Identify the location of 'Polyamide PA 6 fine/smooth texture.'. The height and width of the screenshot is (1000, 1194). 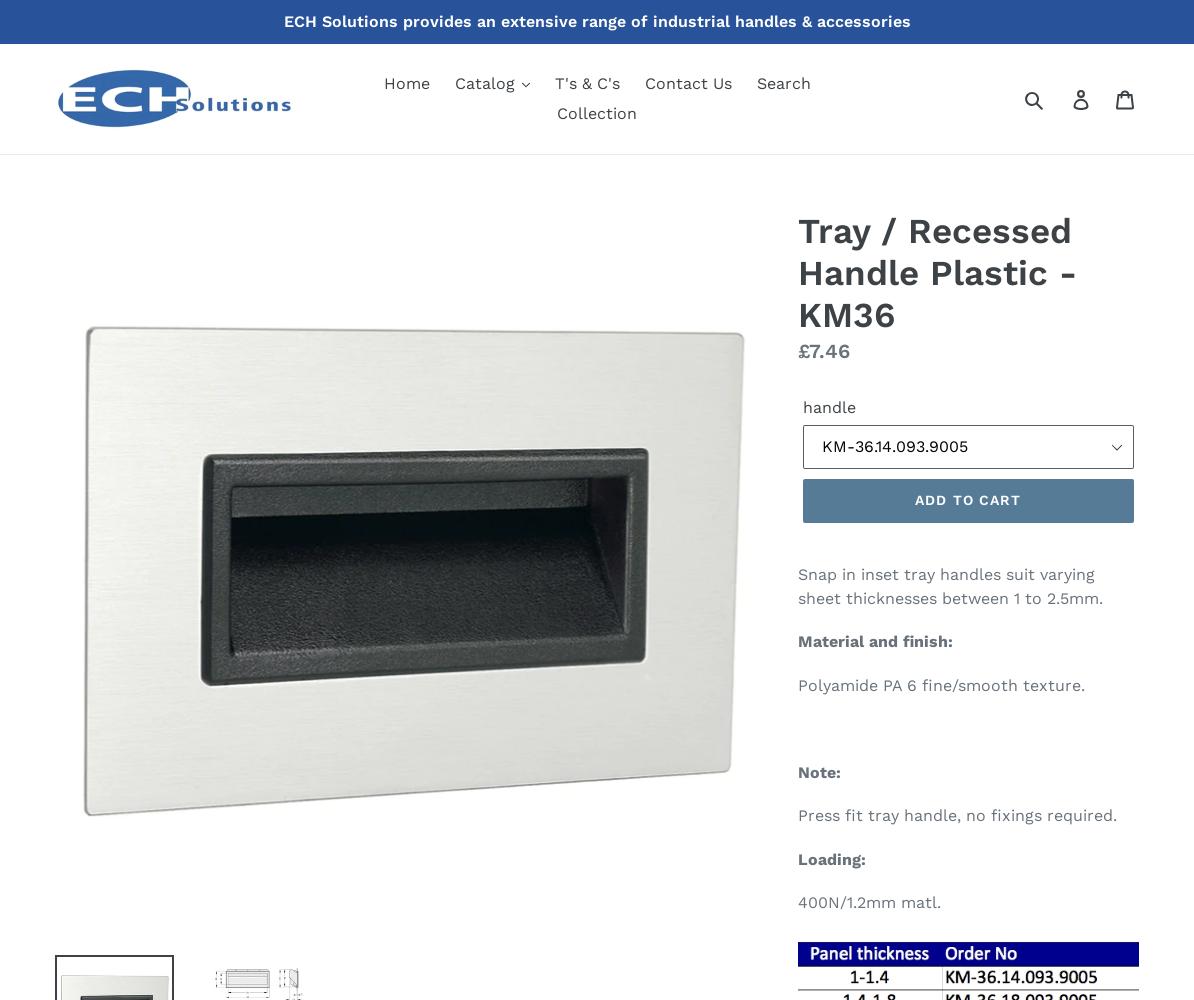
(939, 684).